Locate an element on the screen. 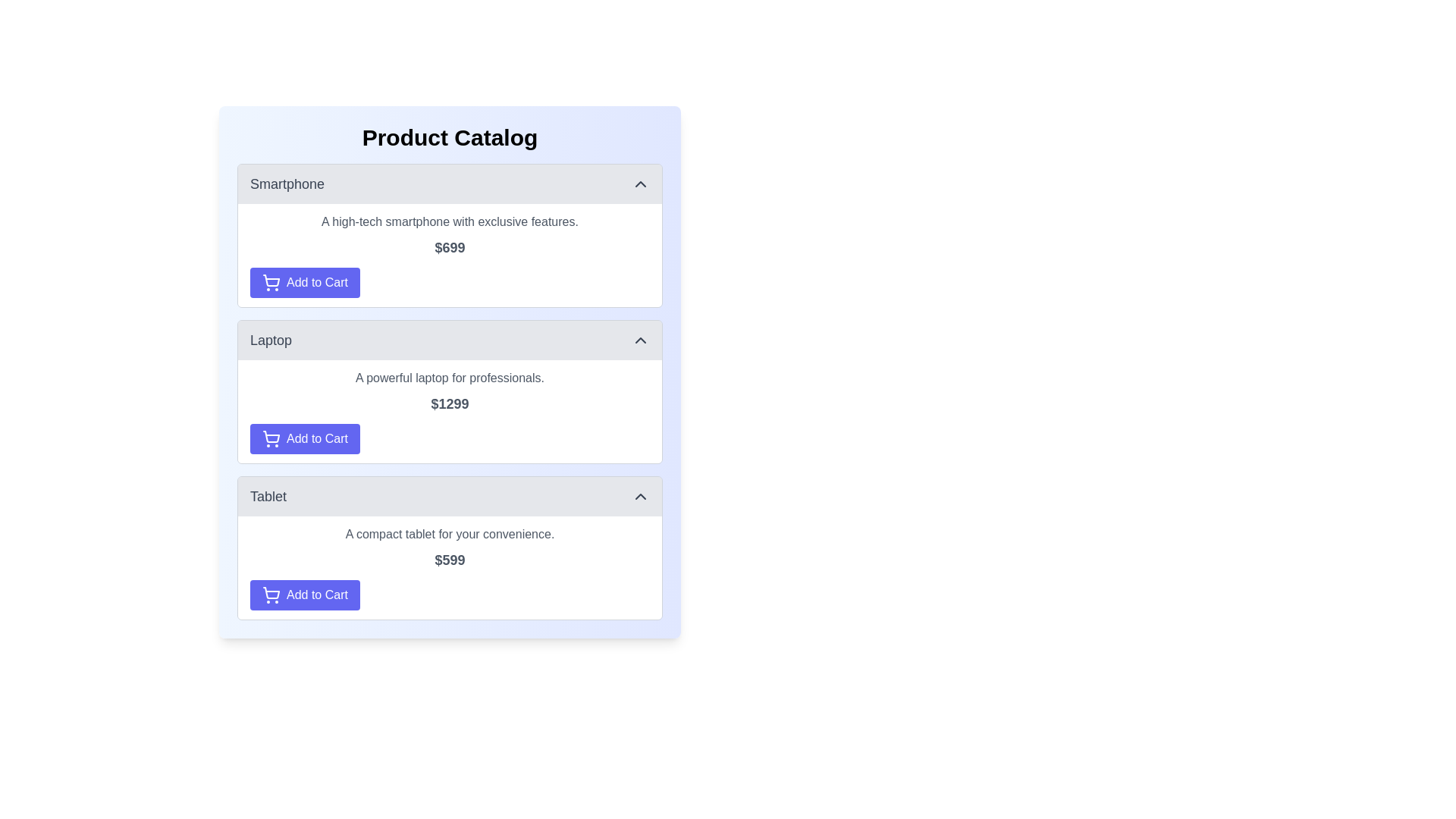 The width and height of the screenshot is (1456, 819). the toggle button located in the third item of the vertical list of product entries is located at coordinates (449, 497).